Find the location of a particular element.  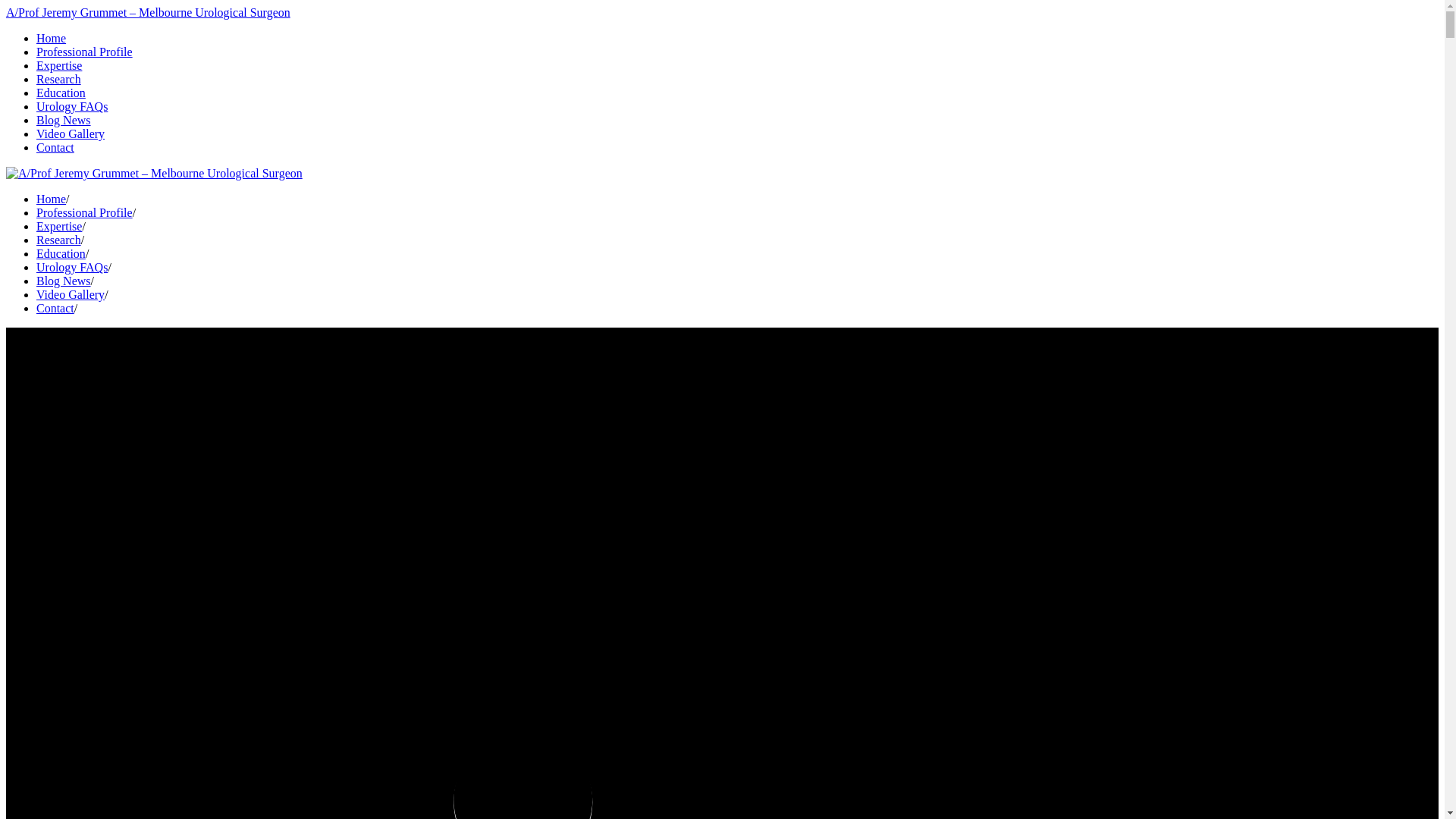

'Blog News' is located at coordinates (62, 281).